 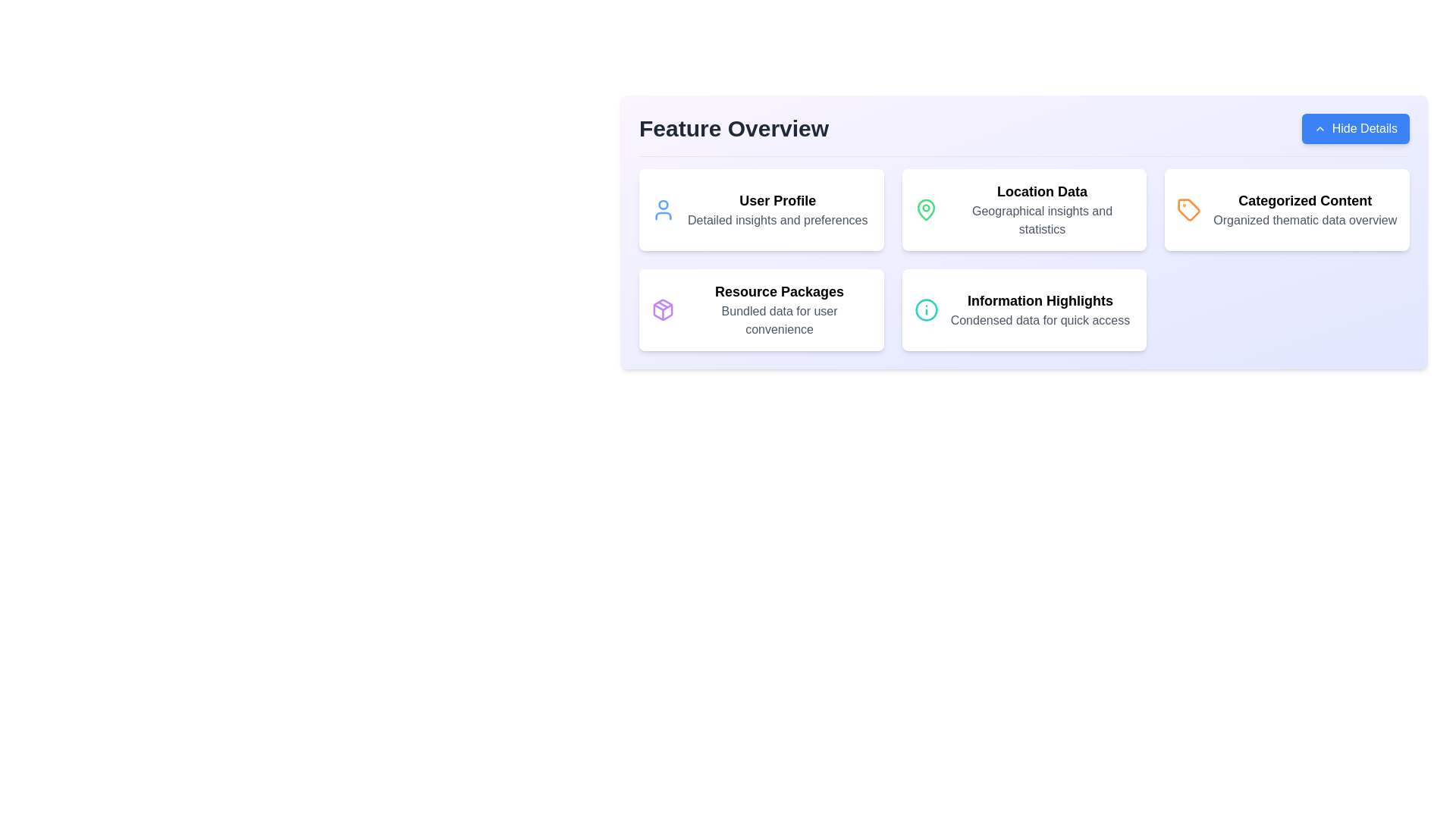 I want to click on descriptive text label located directly below the 'Categorized Content' heading in the bottom-right area of the interface, so click(x=1304, y=220).